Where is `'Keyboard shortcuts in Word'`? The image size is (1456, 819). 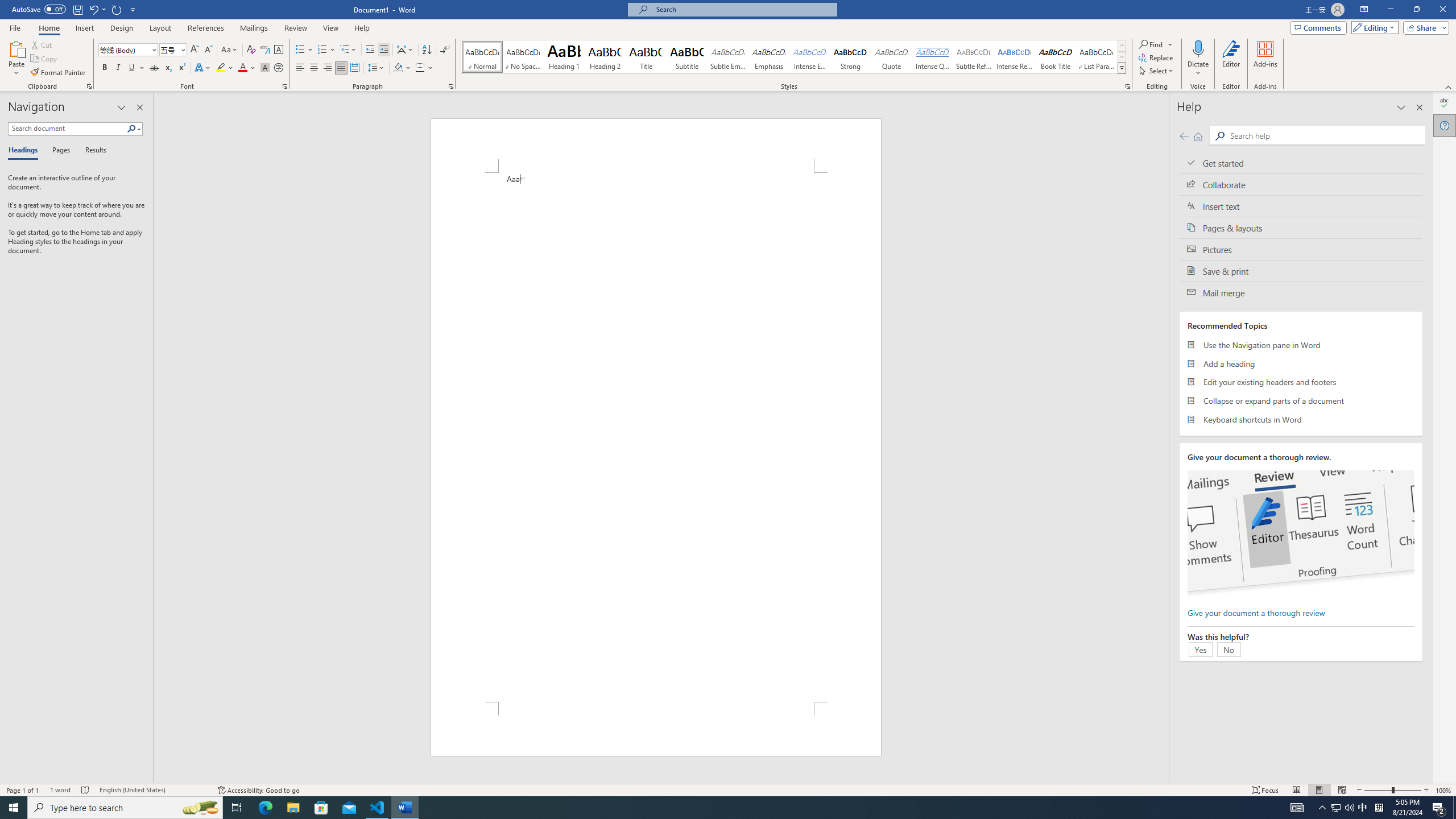 'Keyboard shortcuts in Word' is located at coordinates (1300, 419).